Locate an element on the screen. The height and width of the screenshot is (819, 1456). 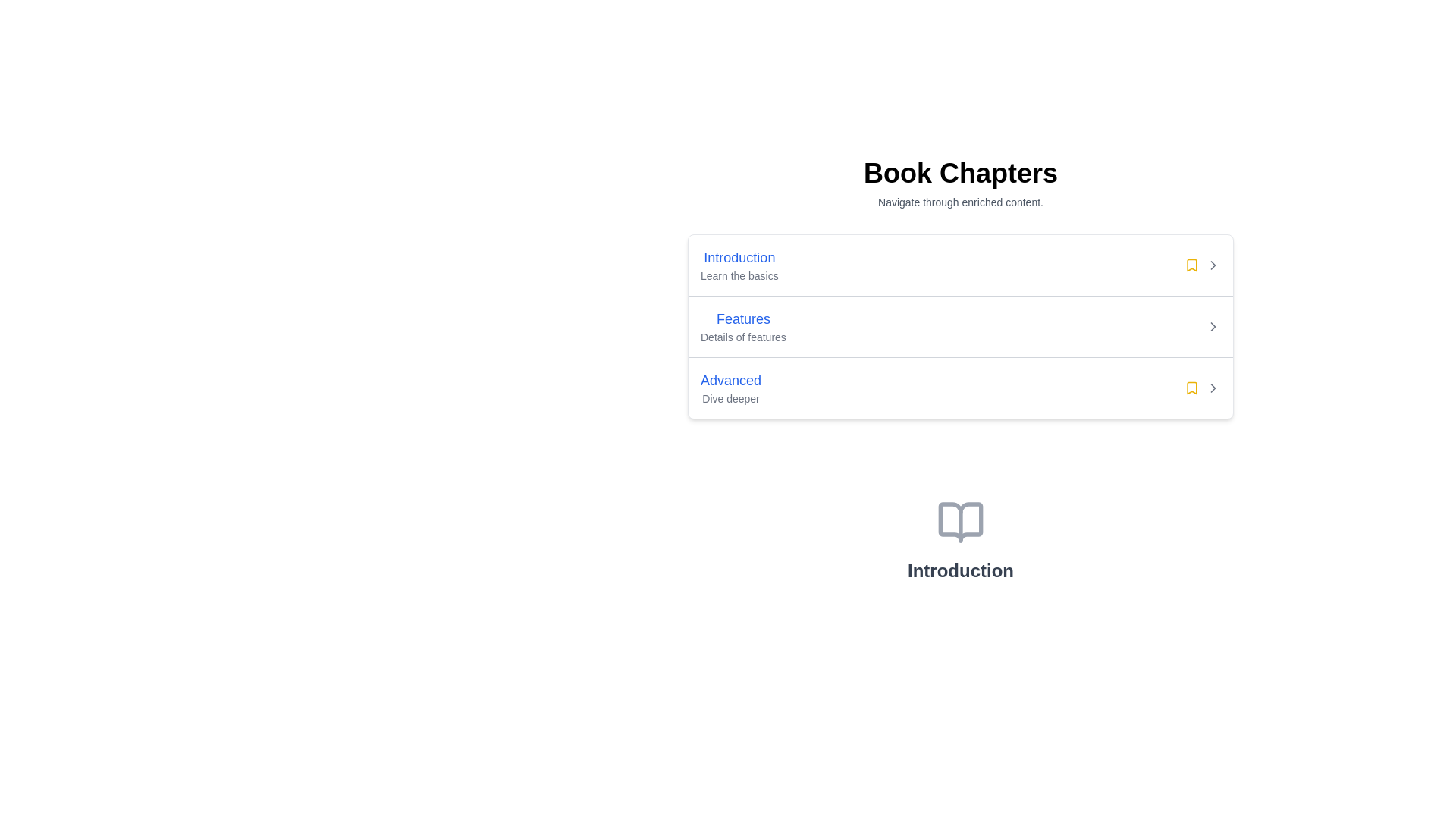
the second hyperlink in the vertical list under the 'Book Chapters' heading is located at coordinates (743, 318).